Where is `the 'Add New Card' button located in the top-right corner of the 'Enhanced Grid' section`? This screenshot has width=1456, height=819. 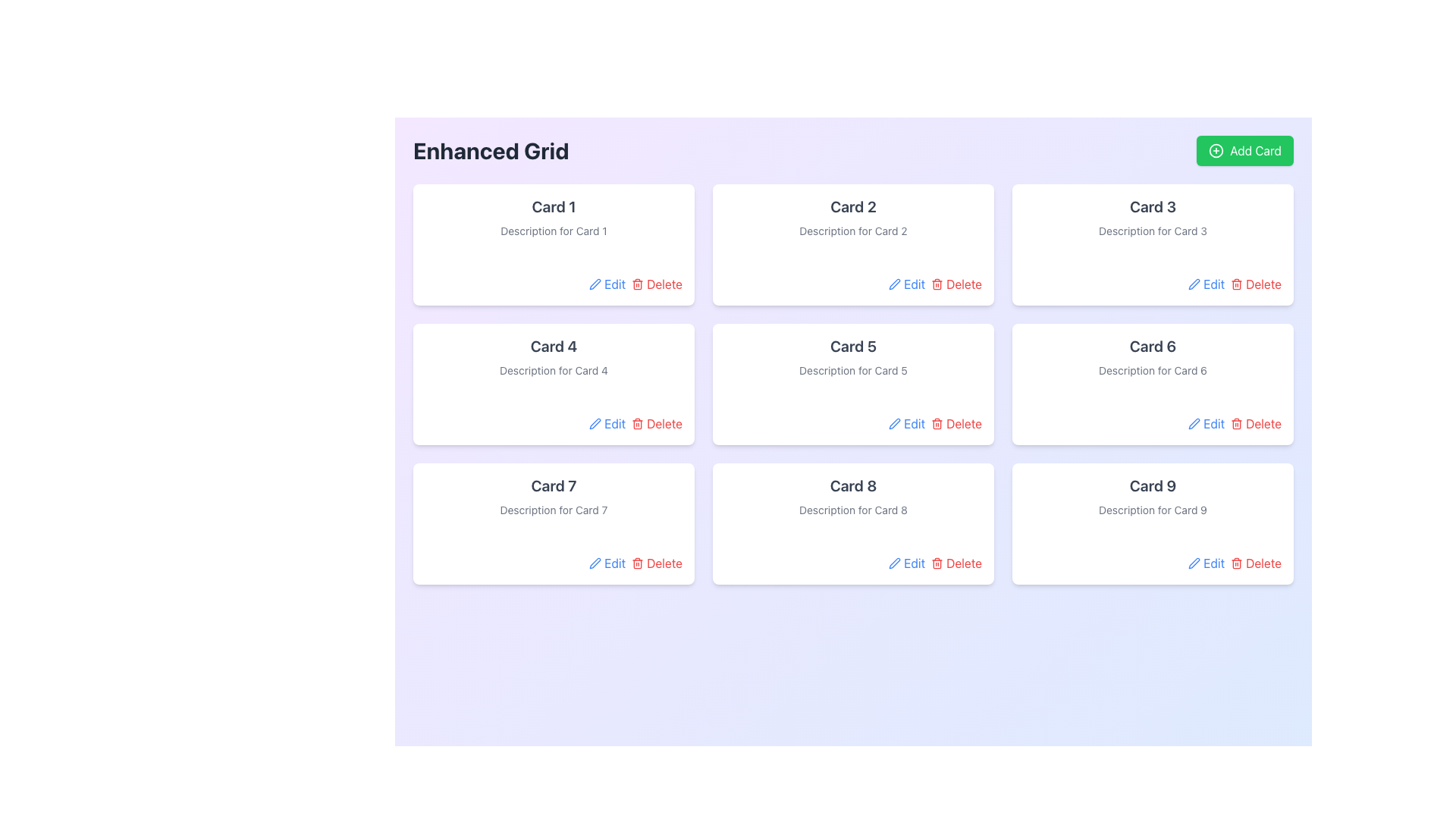 the 'Add New Card' button located in the top-right corner of the 'Enhanced Grid' section is located at coordinates (1244, 151).